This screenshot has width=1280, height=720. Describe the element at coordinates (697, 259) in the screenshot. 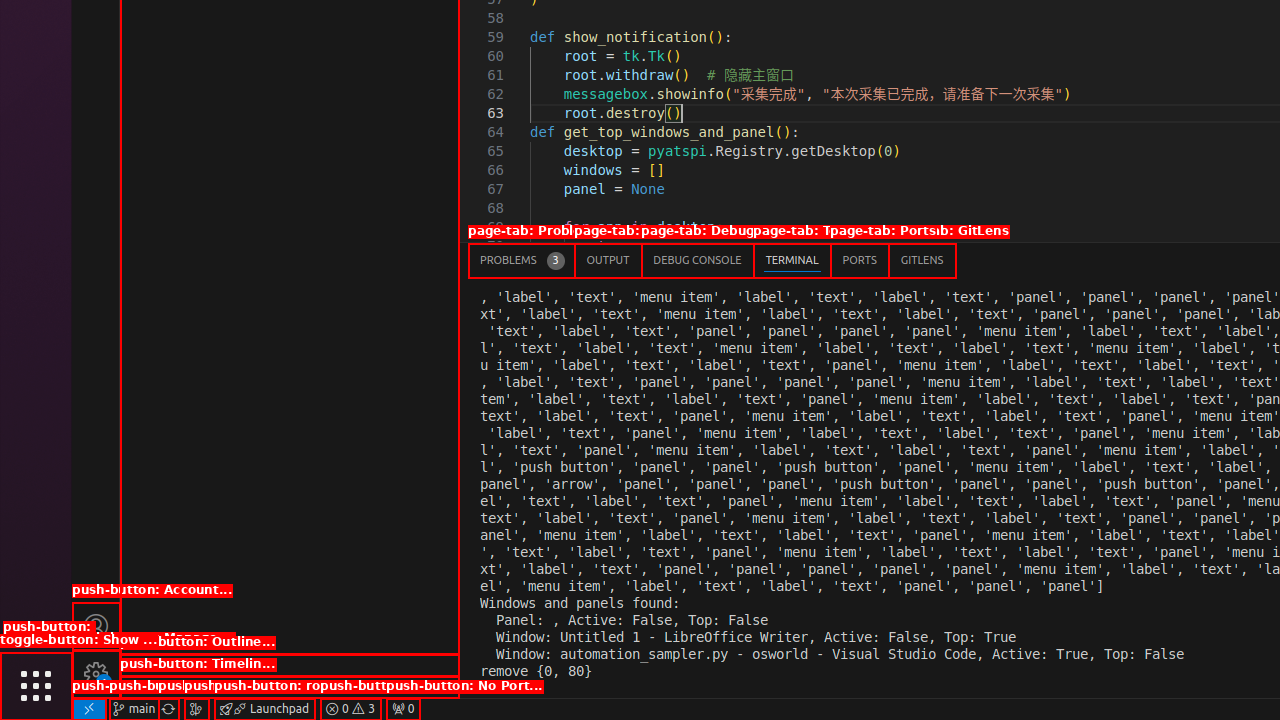

I see `'Debug Console (Ctrl+Shift+Y)'` at that location.